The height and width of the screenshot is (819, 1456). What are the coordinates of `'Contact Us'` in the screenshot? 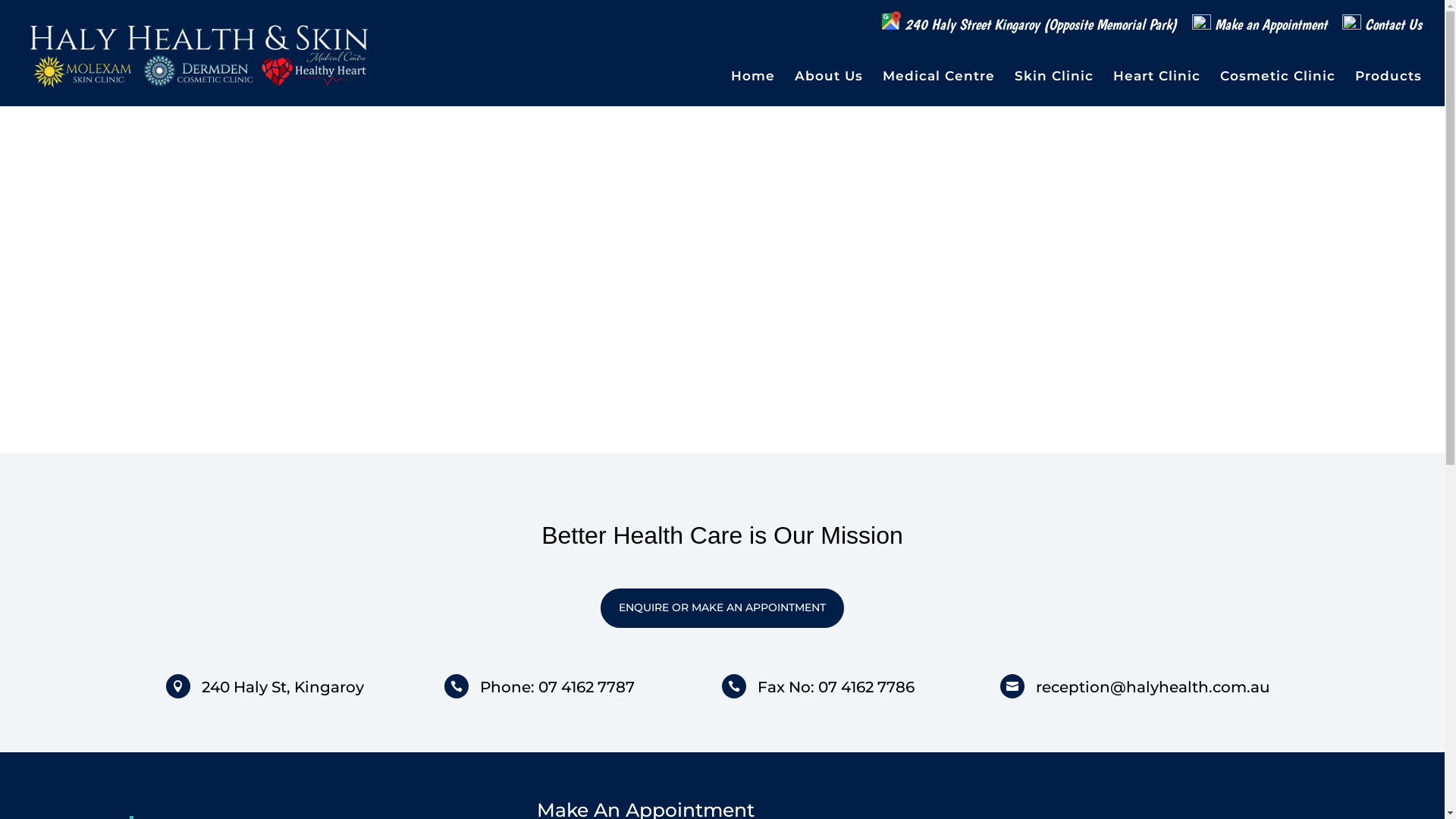 It's located at (1382, 30).